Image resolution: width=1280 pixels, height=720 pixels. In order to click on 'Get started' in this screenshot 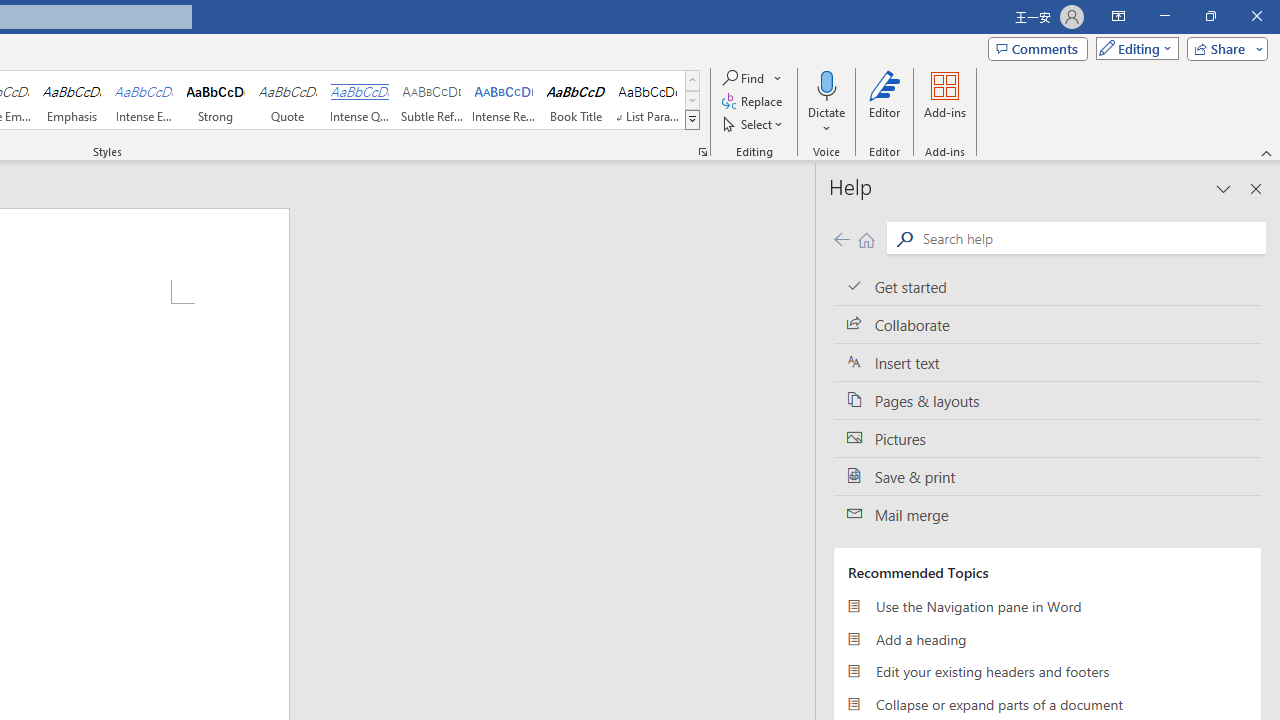, I will do `click(1046, 286)`.